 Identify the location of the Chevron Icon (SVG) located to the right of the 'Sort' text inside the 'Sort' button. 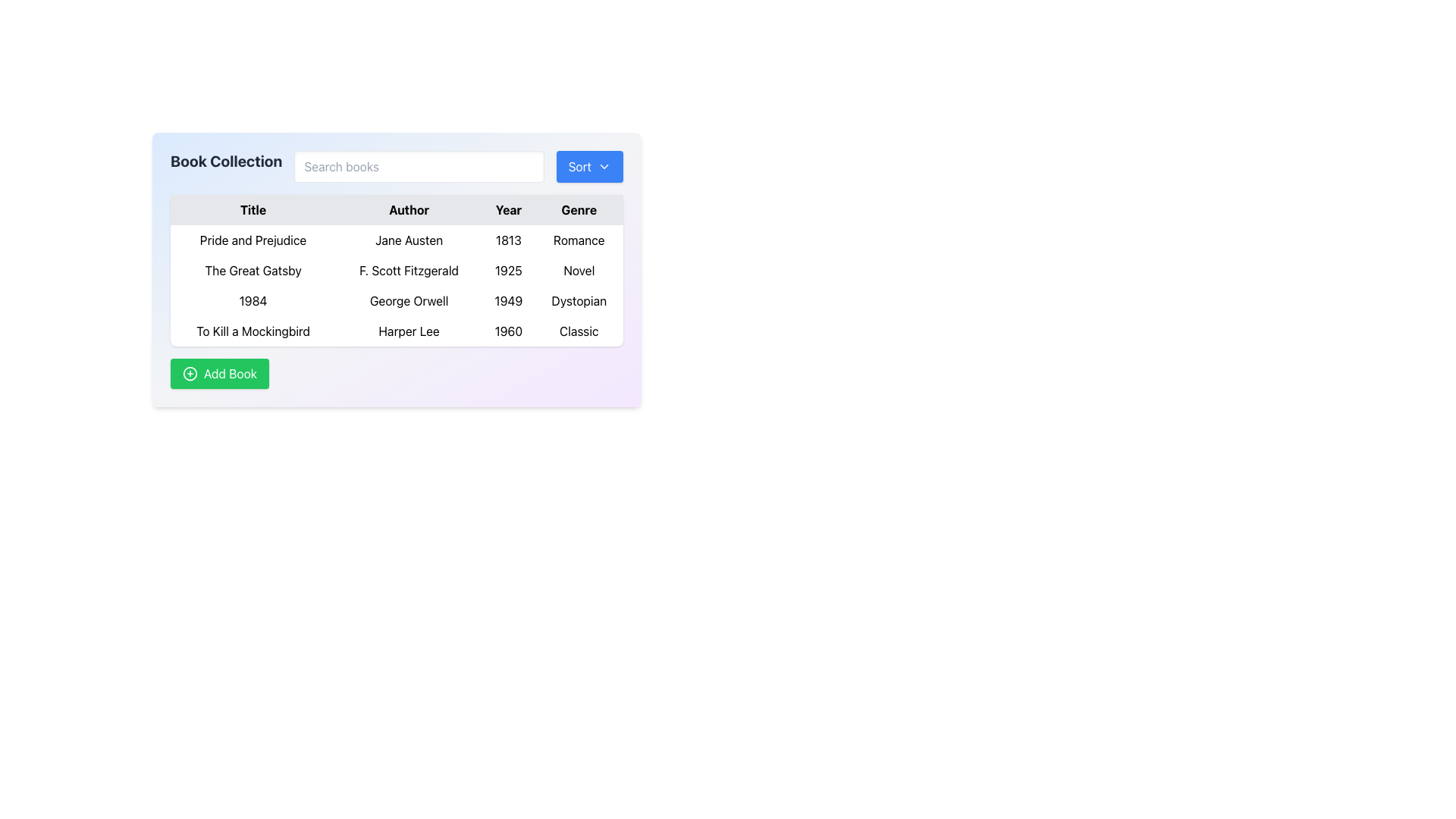
(603, 166).